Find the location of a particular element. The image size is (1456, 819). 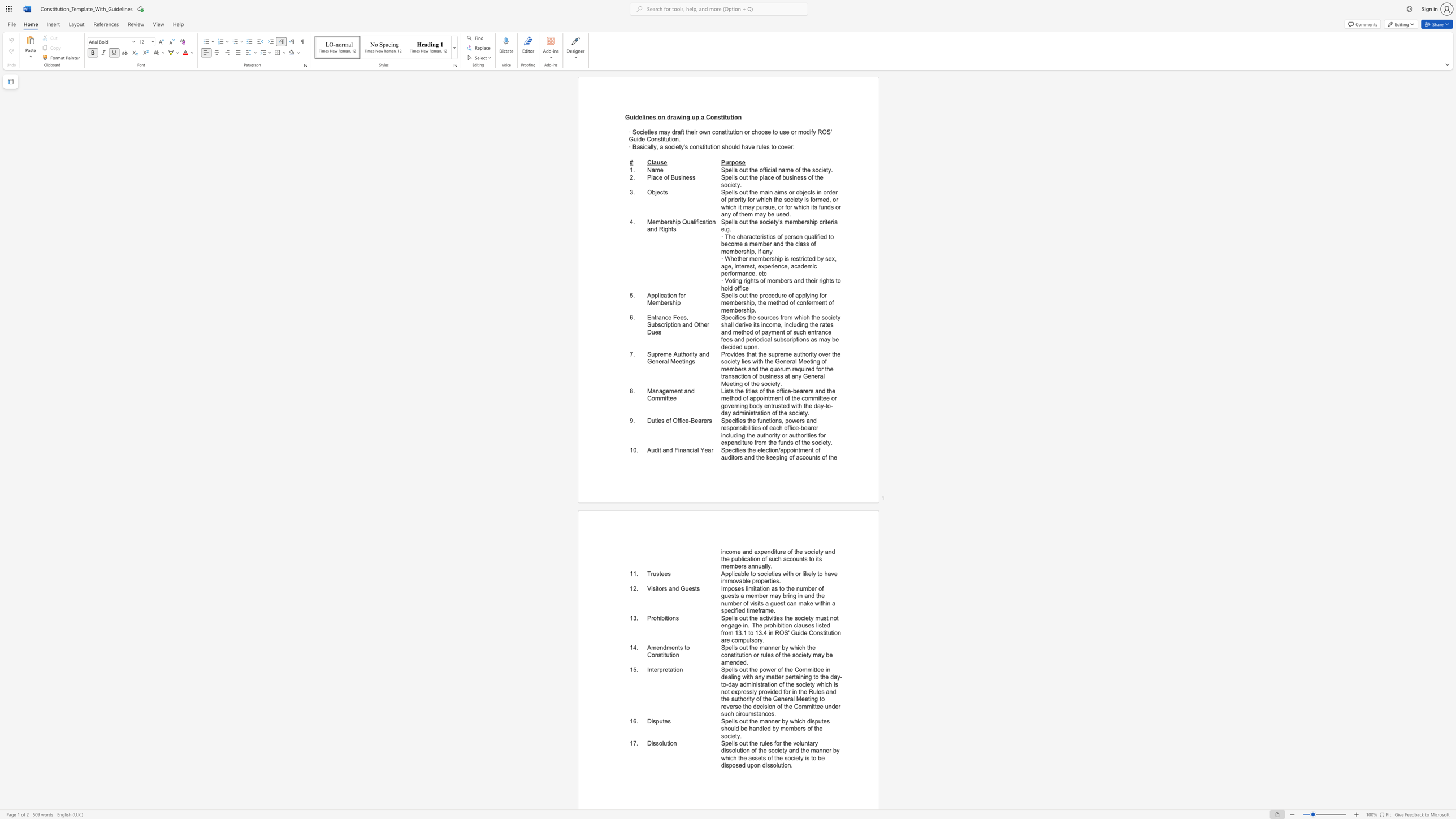

the subset text "ral" within the text "Supreme Authority and General Meetings" is located at coordinates (662, 361).